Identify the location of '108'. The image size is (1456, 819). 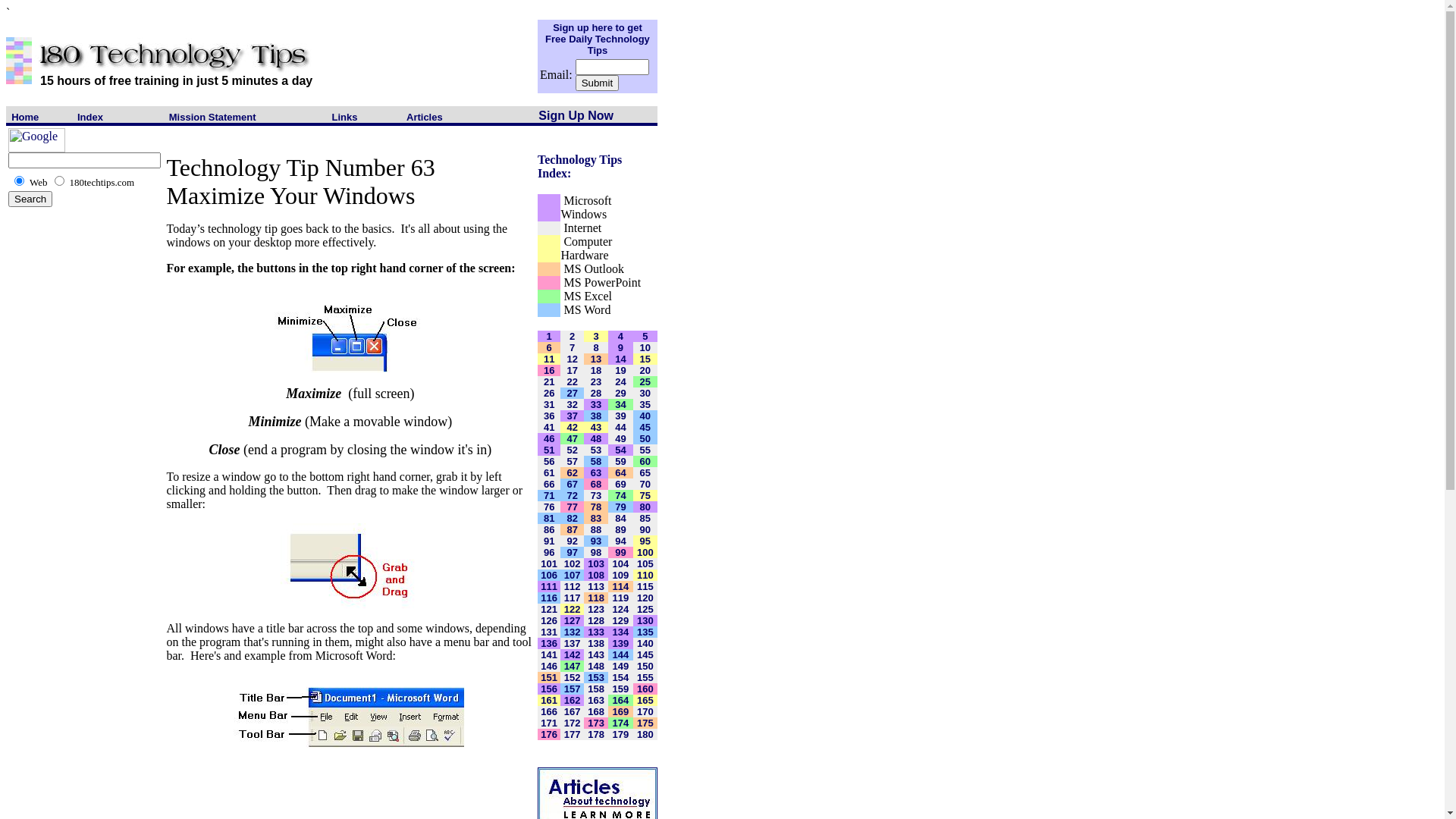
(595, 574).